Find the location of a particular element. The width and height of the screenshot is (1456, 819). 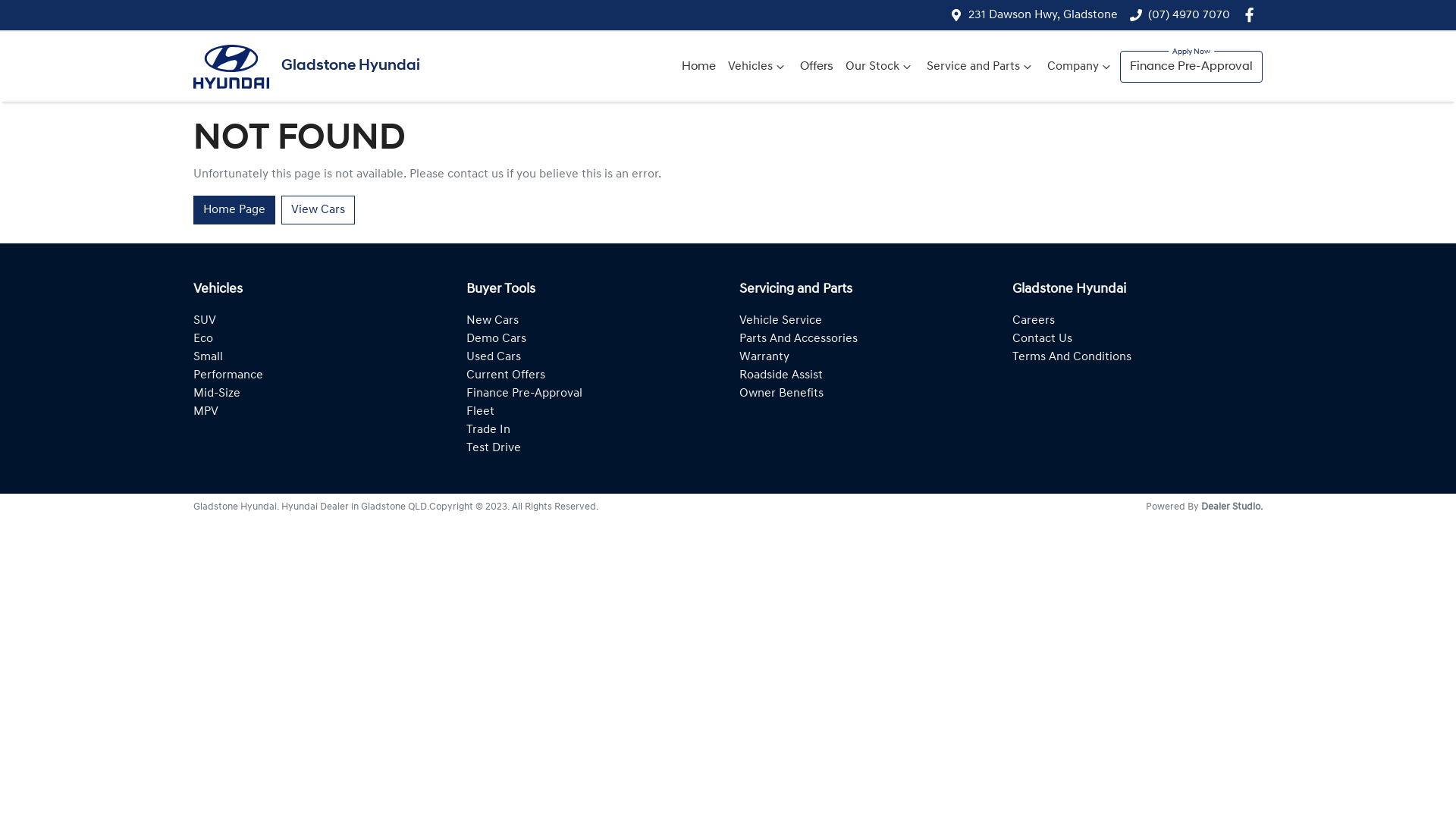

'Company' is located at coordinates (1080, 66).